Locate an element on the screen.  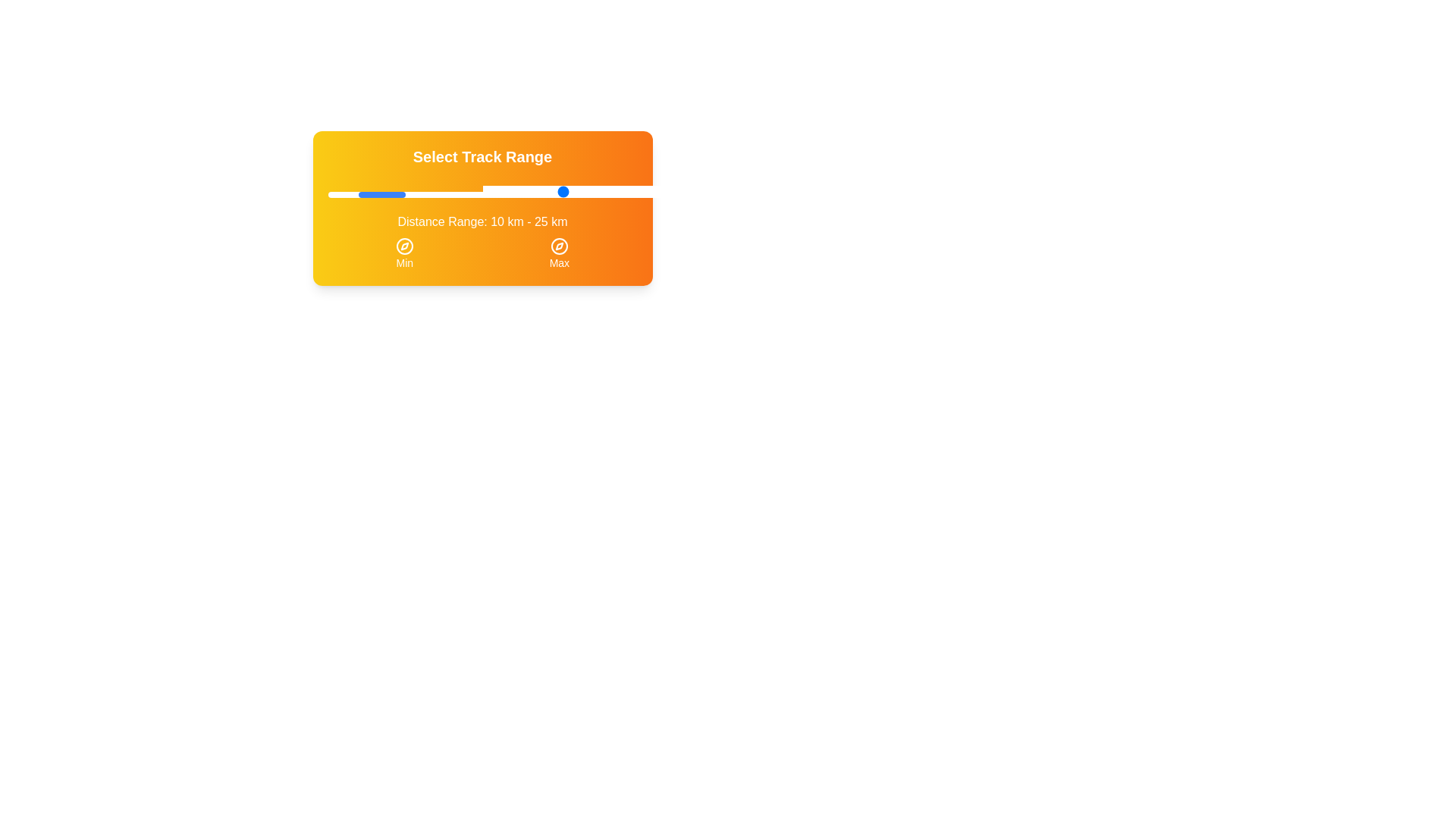
the slider is located at coordinates (742, 191).